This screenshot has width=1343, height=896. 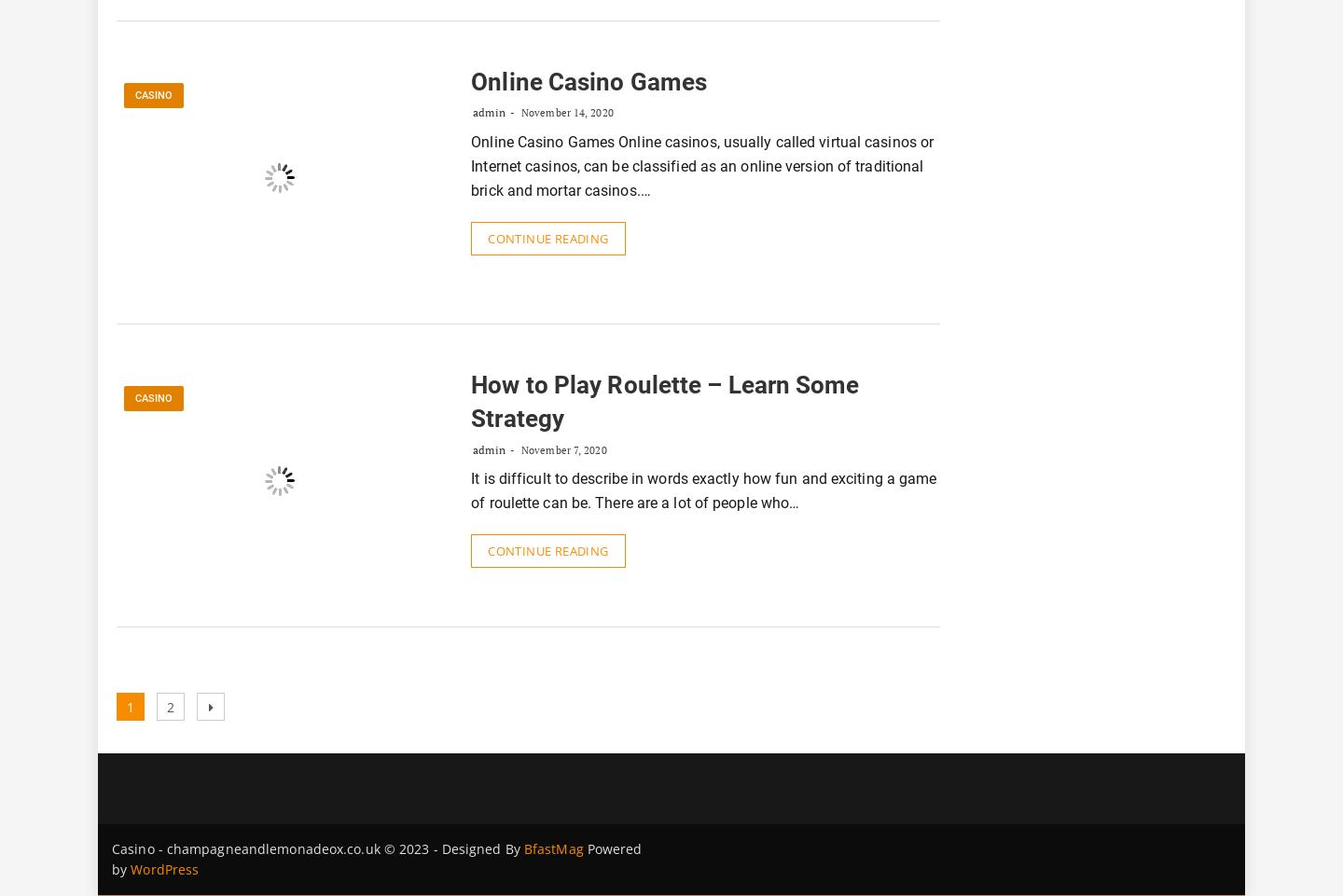 What do you see at coordinates (588, 82) in the screenshot?
I see `'Online Casino Games'` at bounding box center [588, 82].